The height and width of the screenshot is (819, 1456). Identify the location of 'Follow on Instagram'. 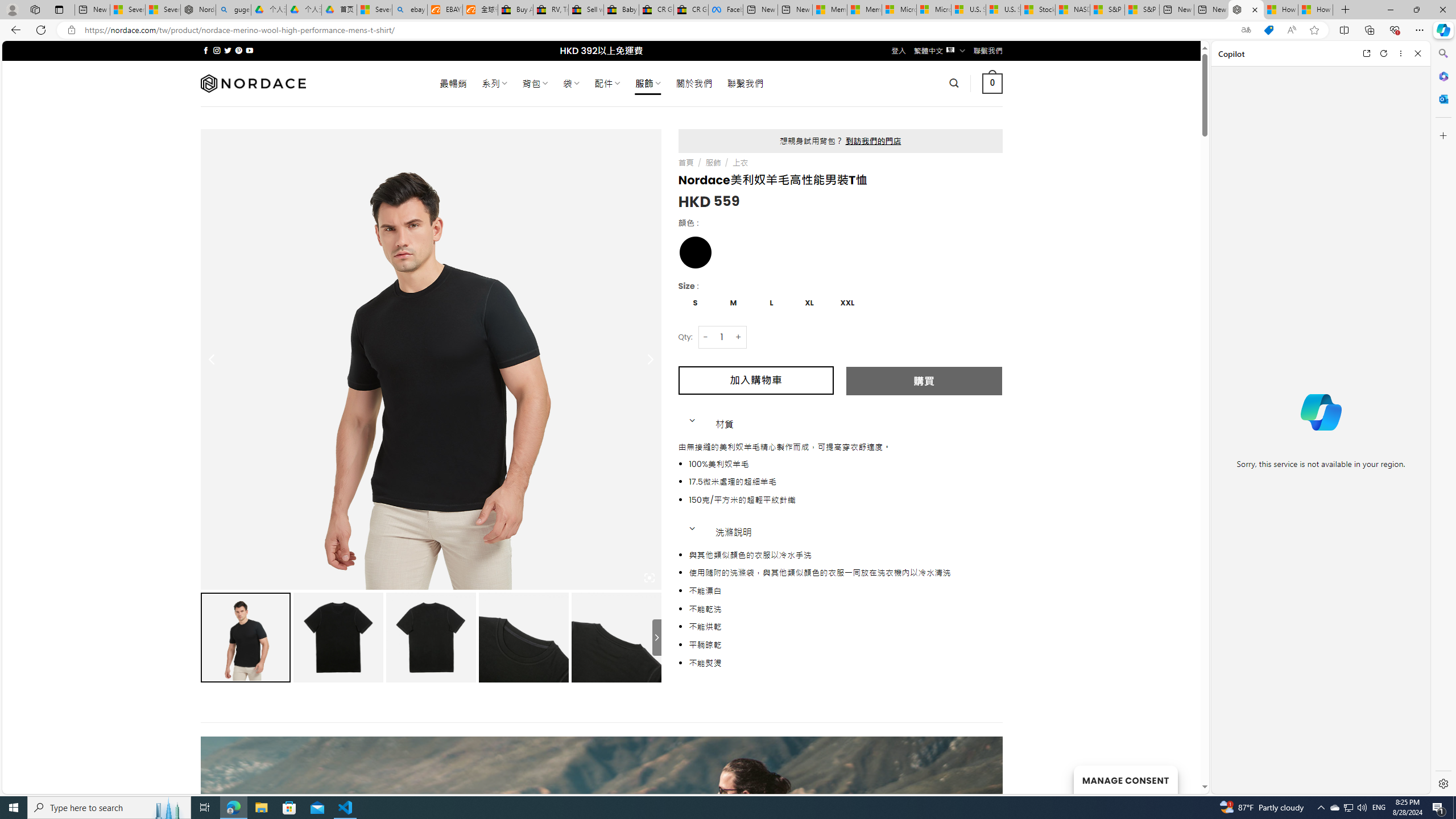
(216, 50).